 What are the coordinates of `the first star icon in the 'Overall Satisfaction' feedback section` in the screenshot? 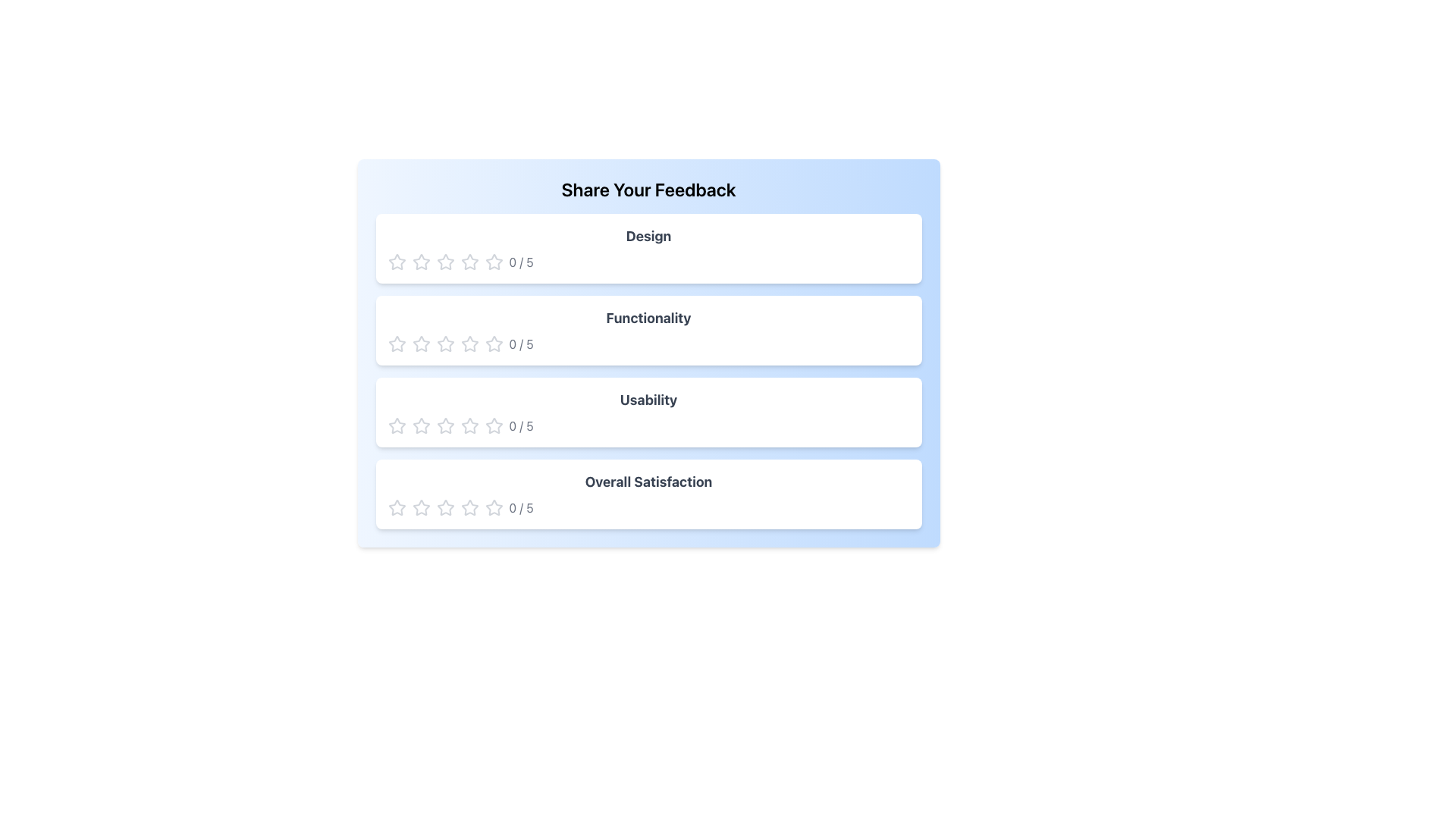 It's located at (397, 508).